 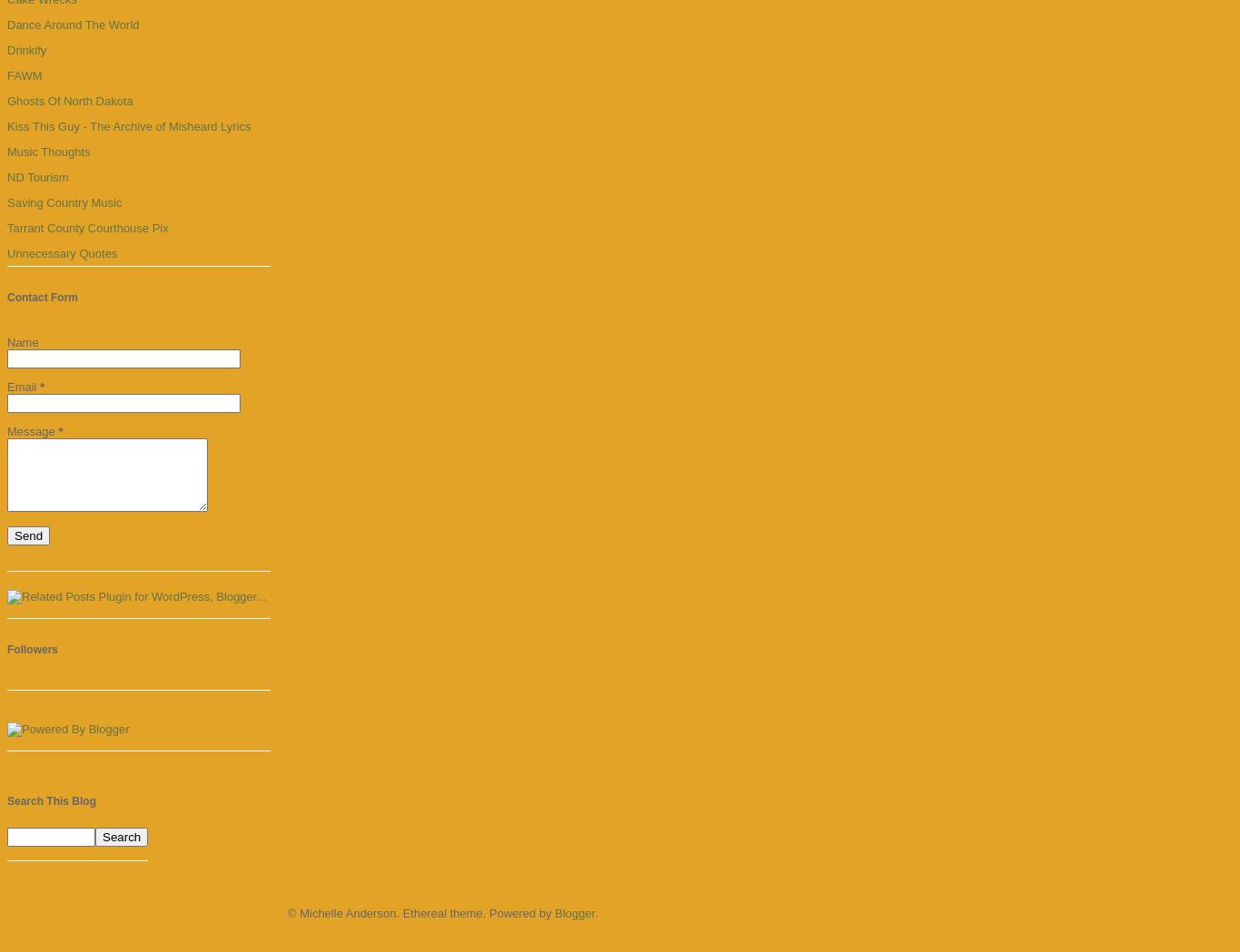 What do you see at coordinates (33, 650) in the screenshot?
I see `'Followers'` at bounding box center [33, 650].